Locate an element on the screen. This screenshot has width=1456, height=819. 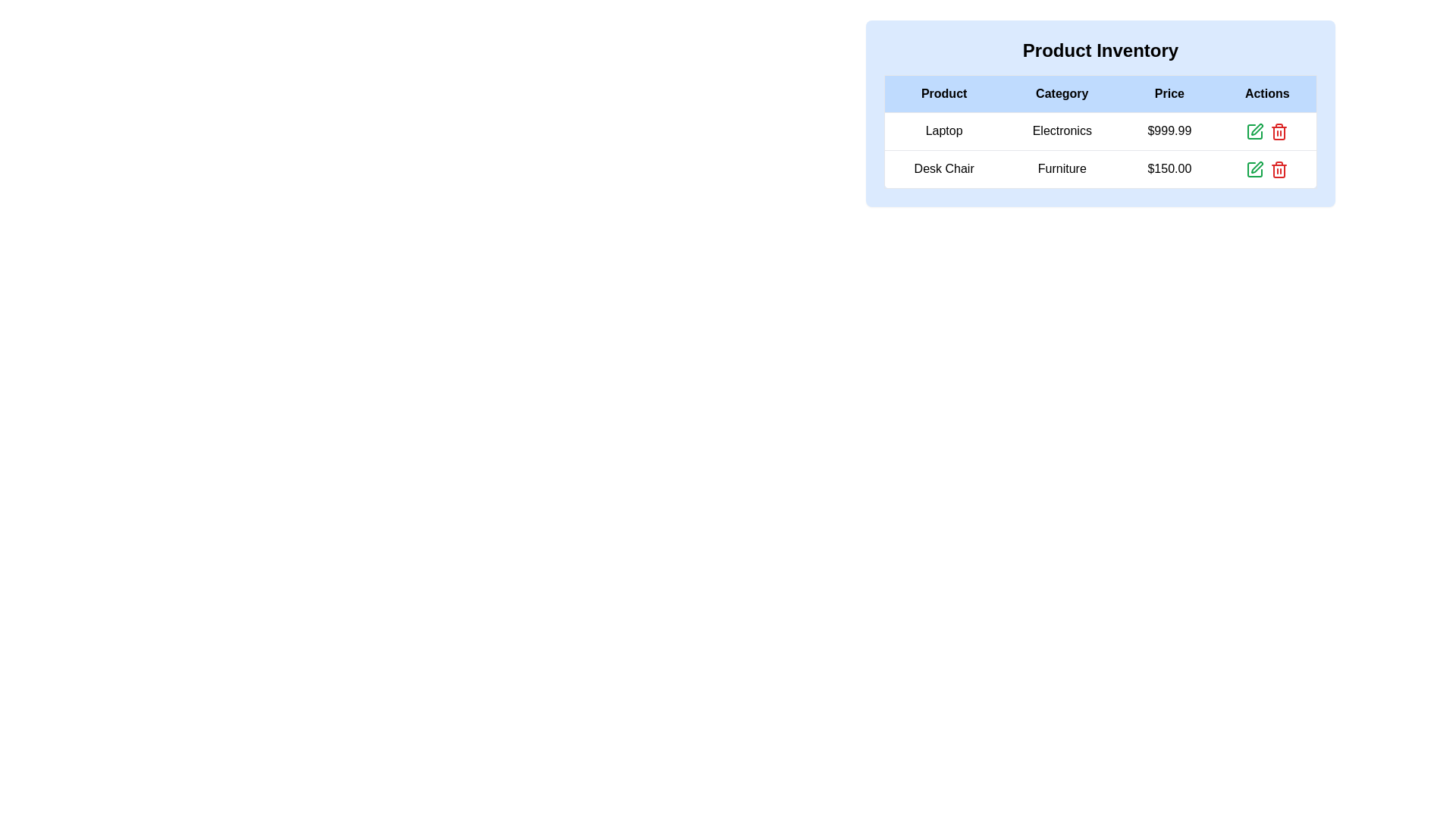
the green square button with a pen icon in the 'Actions' column of the second row for 'Desk Chair' is located at coordinates (1255, 130).